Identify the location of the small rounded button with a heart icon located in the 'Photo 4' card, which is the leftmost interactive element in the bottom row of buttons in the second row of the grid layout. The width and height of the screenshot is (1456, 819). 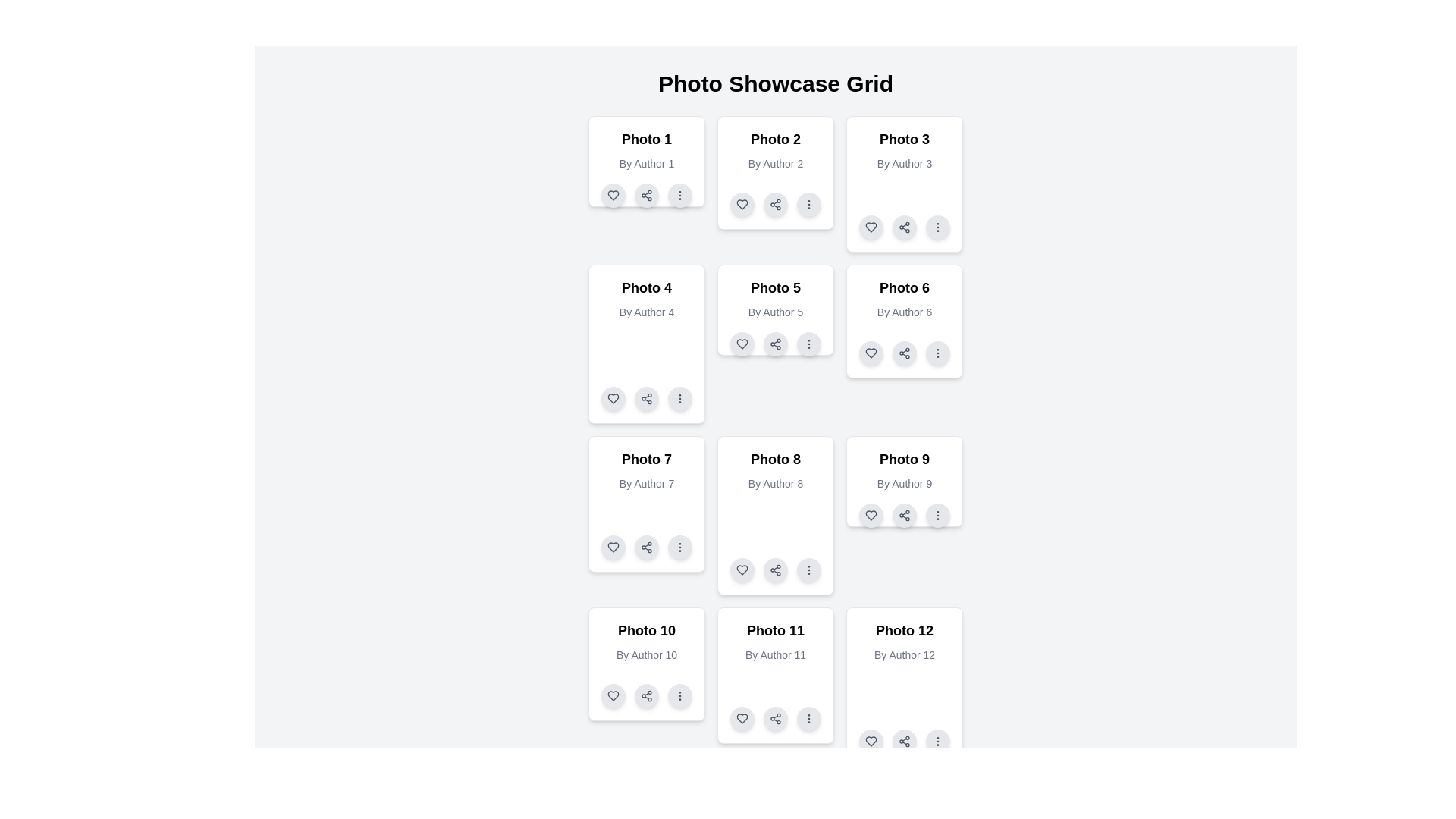
(613, 397).